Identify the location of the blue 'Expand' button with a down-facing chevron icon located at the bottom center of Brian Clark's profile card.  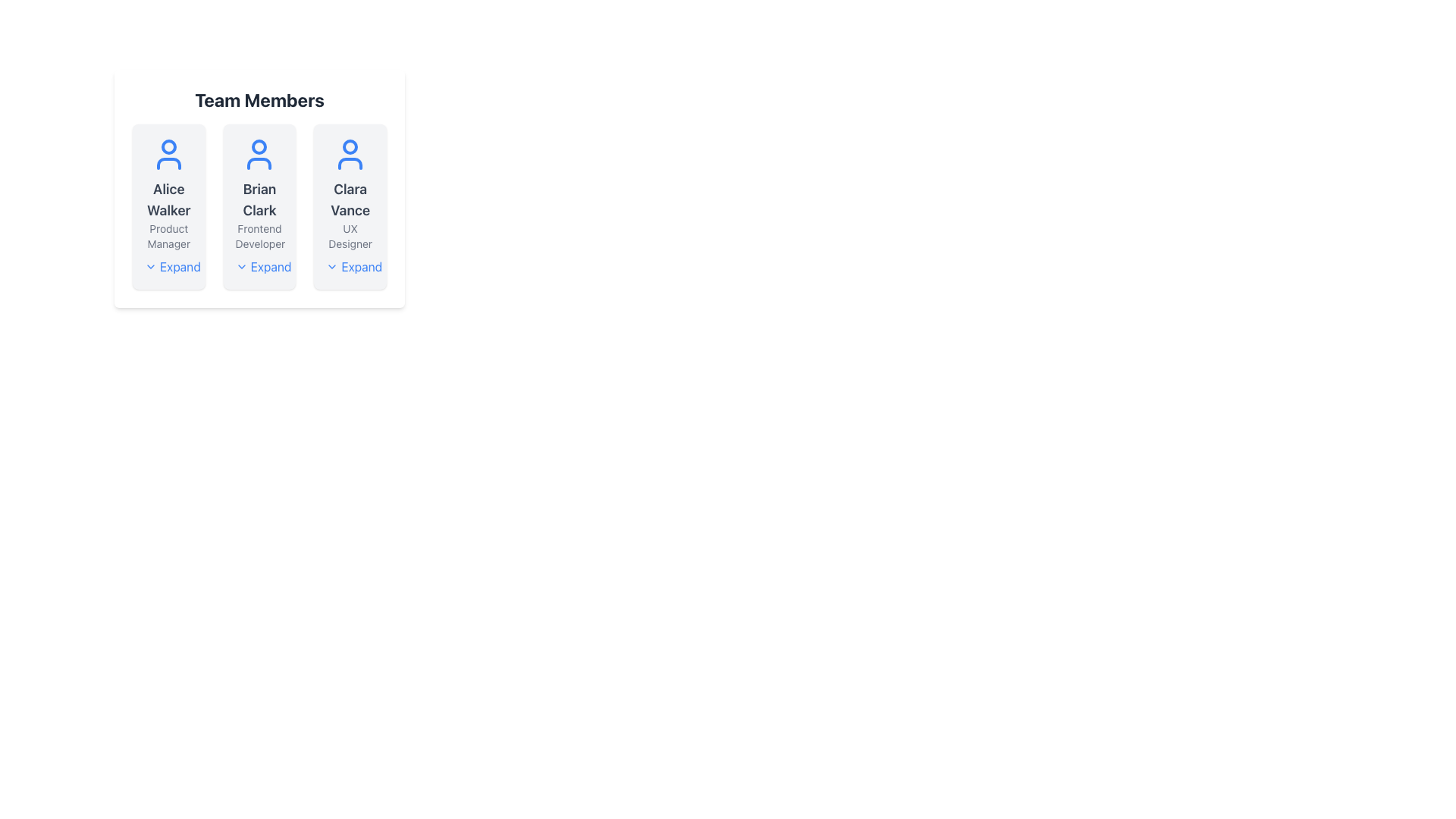
(263, 265).